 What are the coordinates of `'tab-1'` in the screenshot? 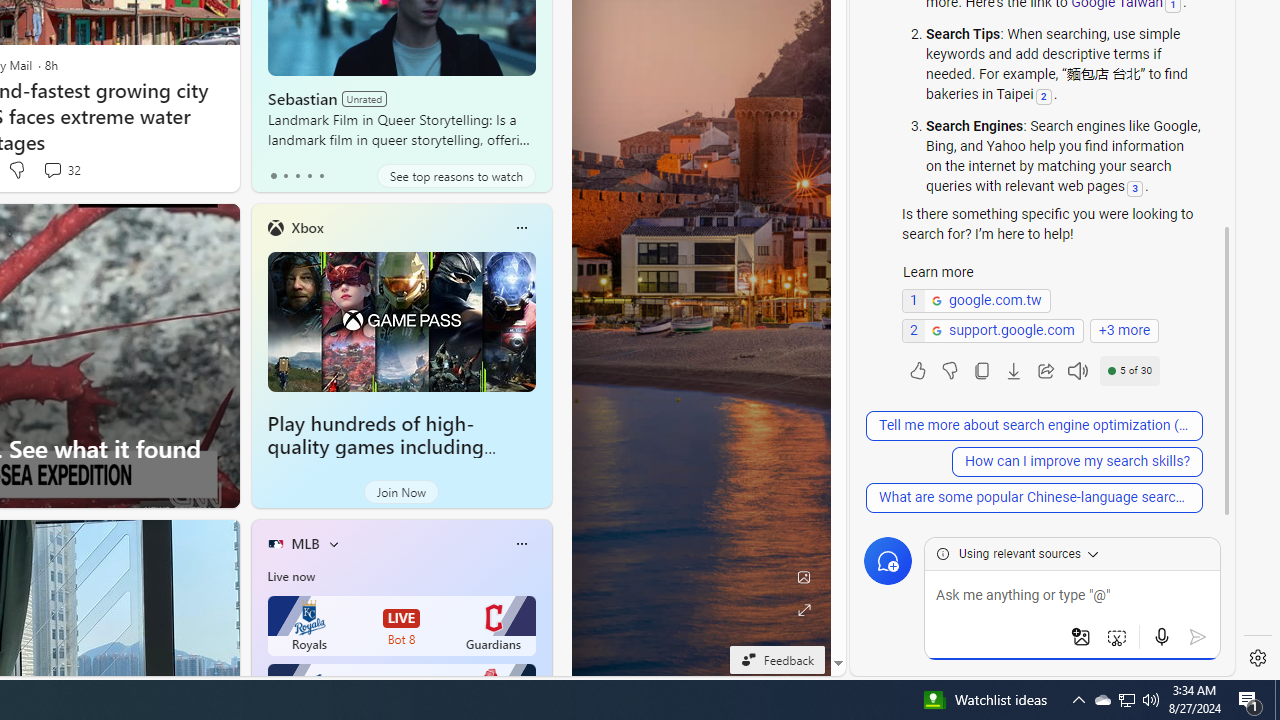 It's located at (284, 175).